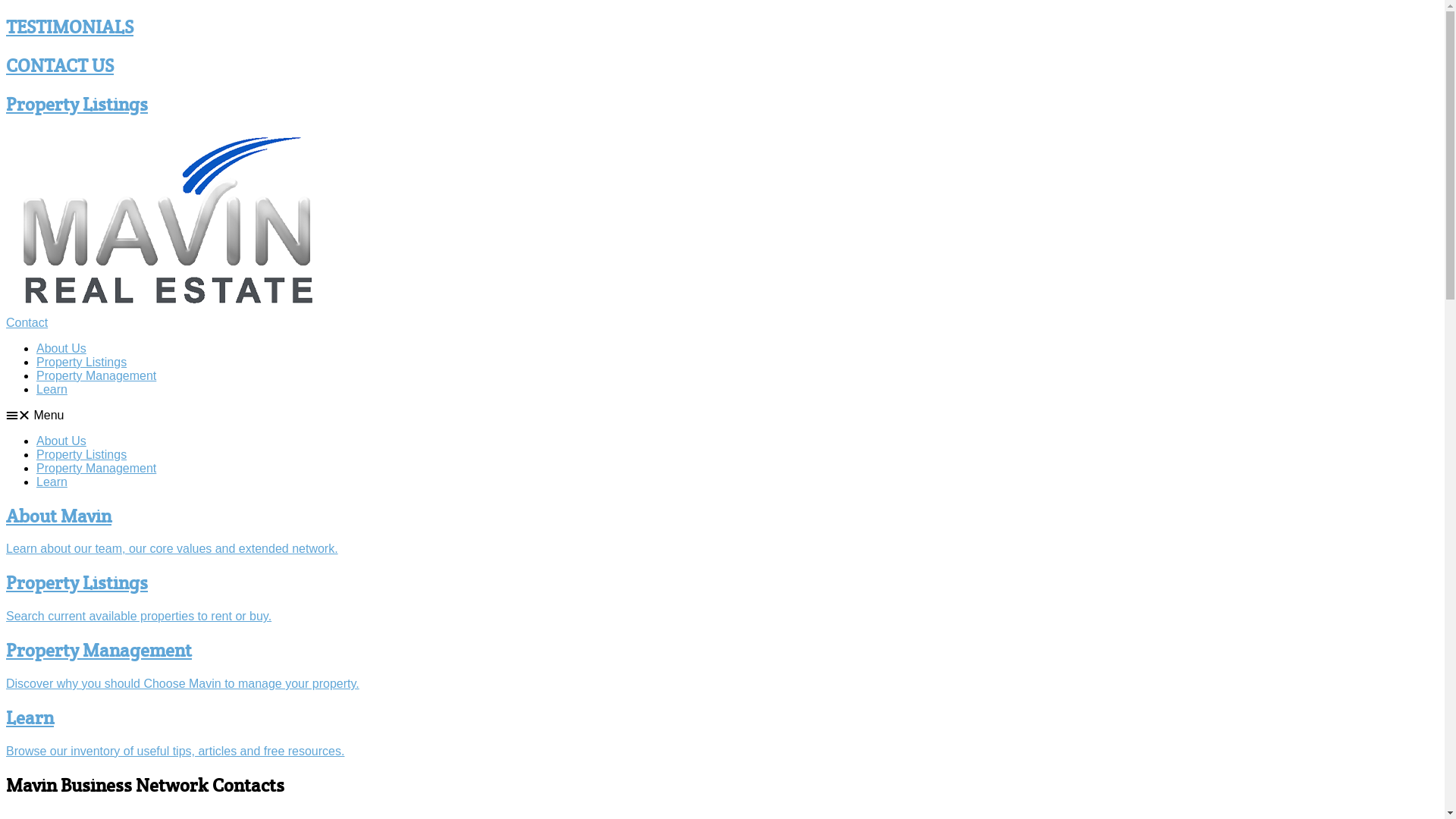  Describe the element at coordinates (6, 27) in the screenshot. I see `'TESTIMONIALS'` at that location.